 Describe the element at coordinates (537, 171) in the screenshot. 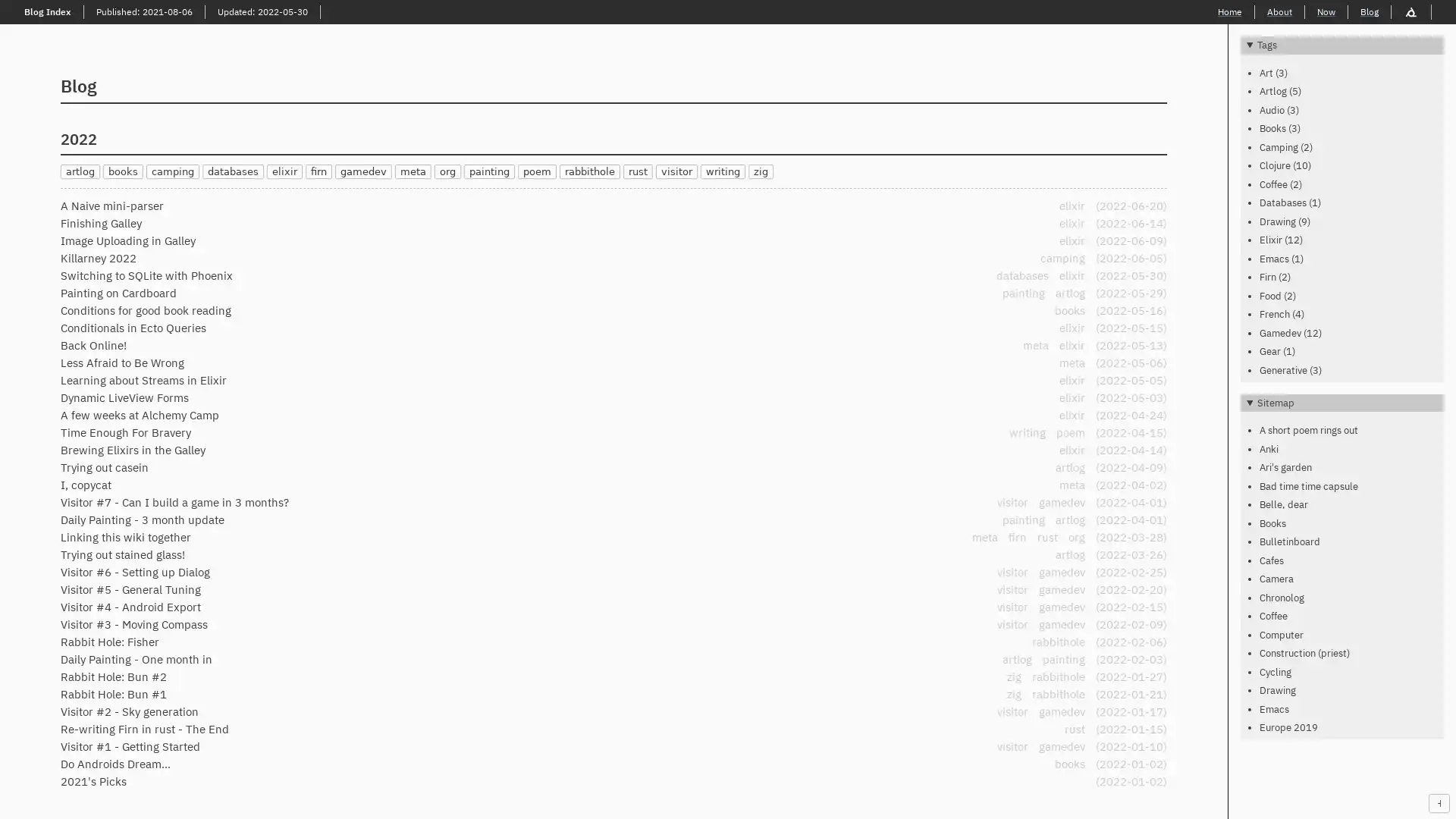

I see `poem` at that location.